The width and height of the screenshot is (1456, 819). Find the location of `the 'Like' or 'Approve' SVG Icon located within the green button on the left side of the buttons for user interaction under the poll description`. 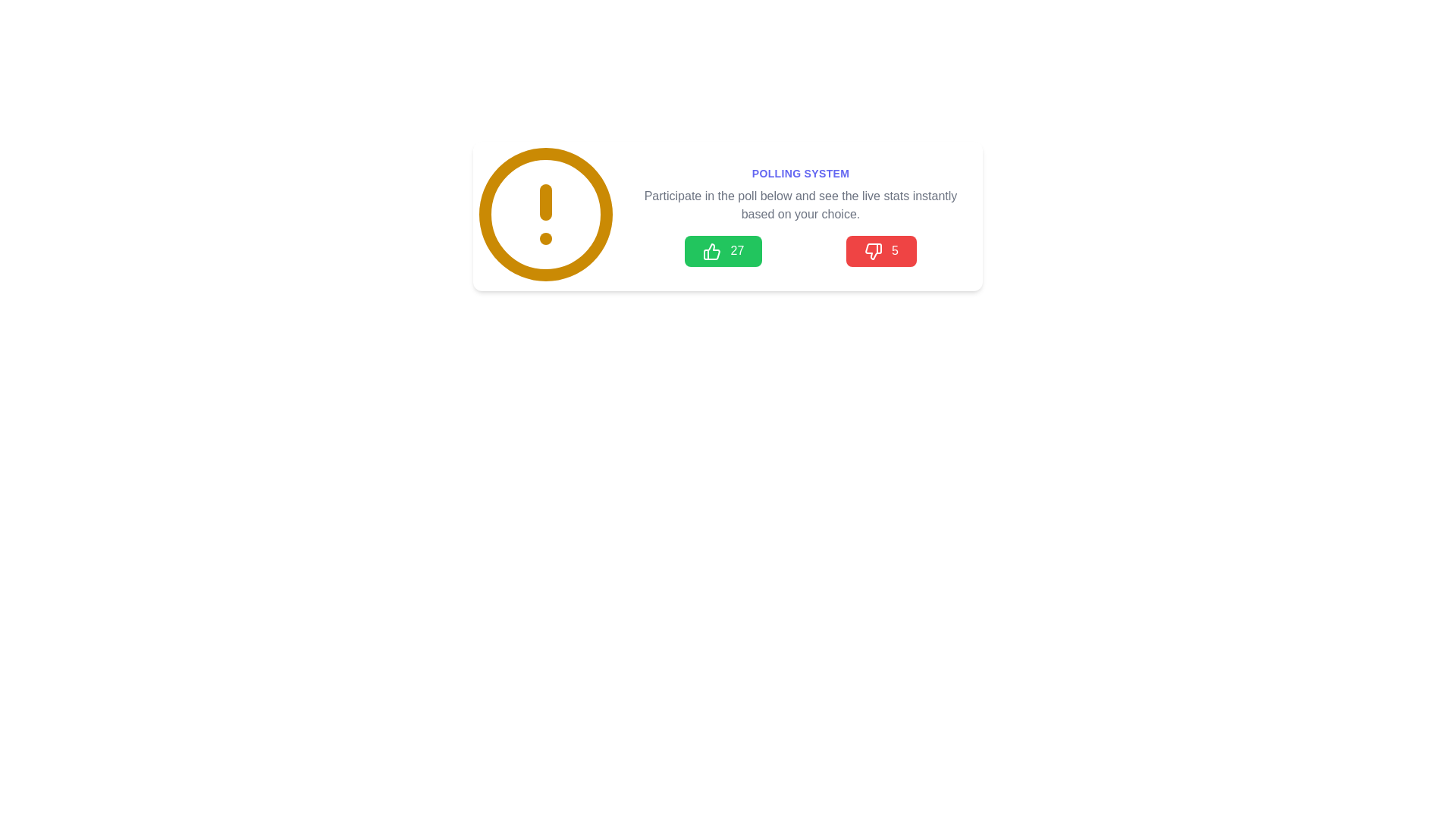

the 'Like' or 'Approve' SVG Icon located within the green button on the left side of the buttons for user interaction under the poll description is located at coordinates (711, 250).